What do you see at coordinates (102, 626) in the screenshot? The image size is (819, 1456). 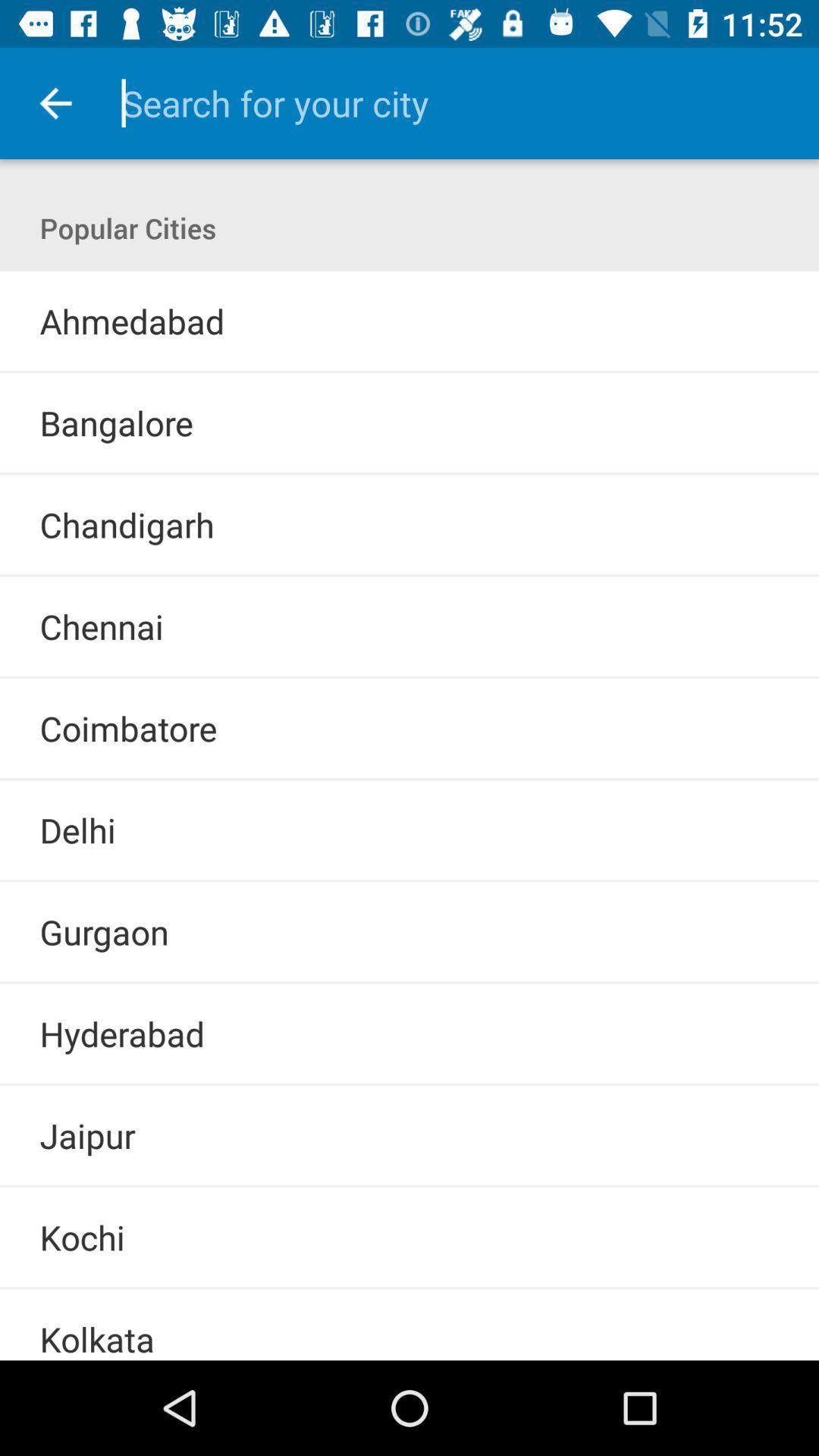 I see `chennai icon` at bounding box center [102, 626].